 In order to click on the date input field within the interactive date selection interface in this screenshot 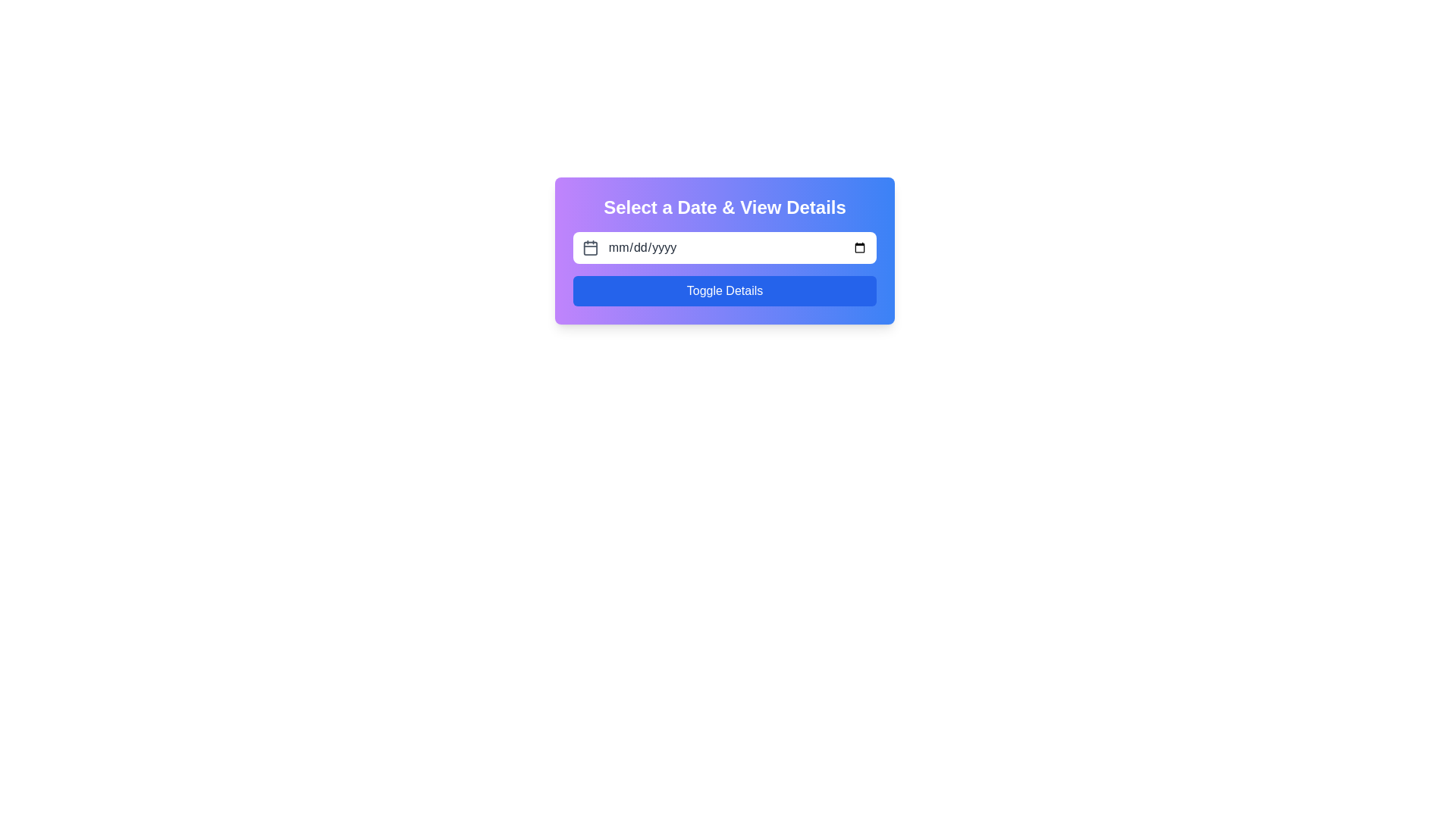, I will do `click(723, 250)`.